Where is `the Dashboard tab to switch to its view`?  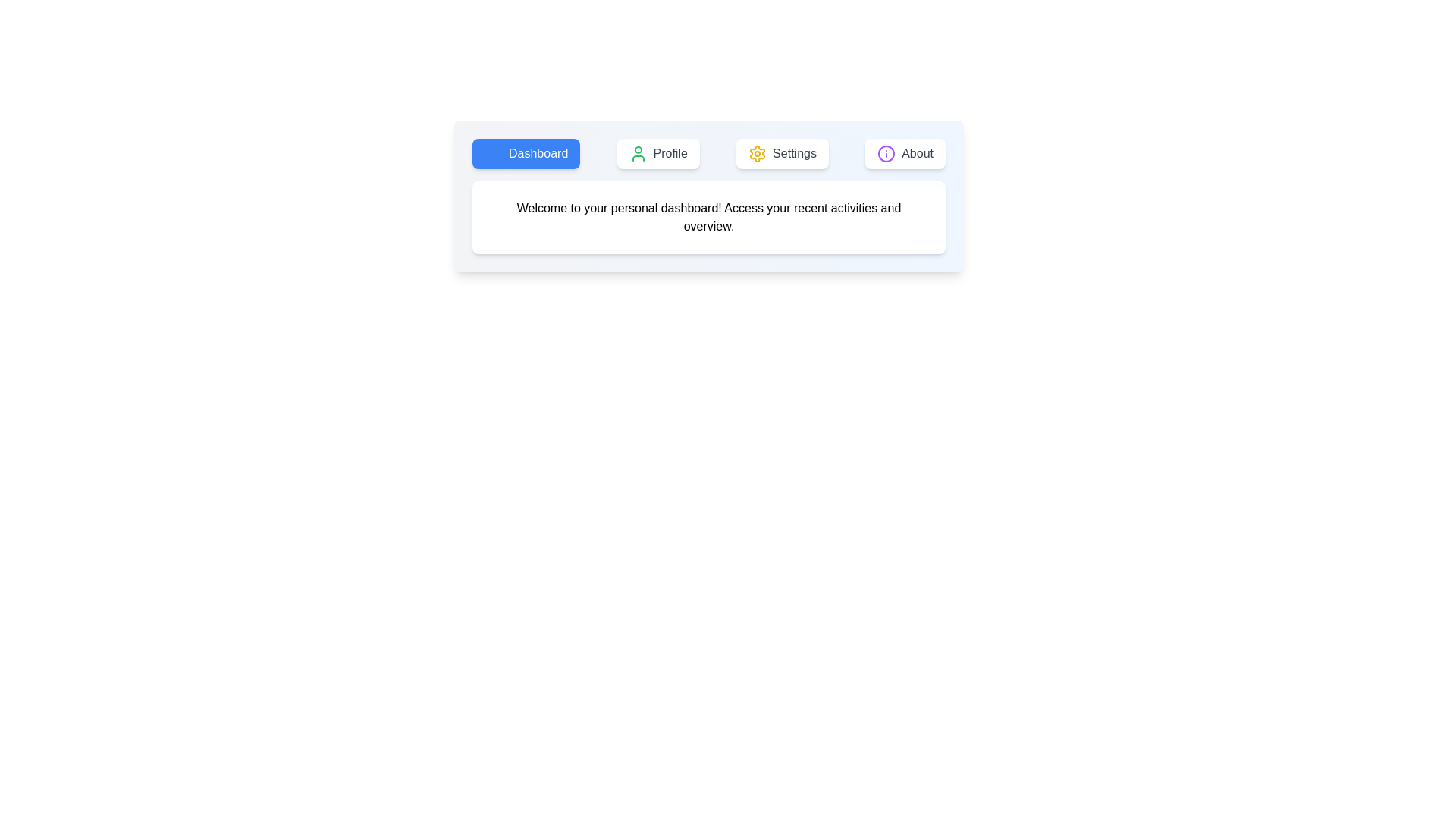
the Dashboard tab to switch to its view is located at coordinates (526, 154).